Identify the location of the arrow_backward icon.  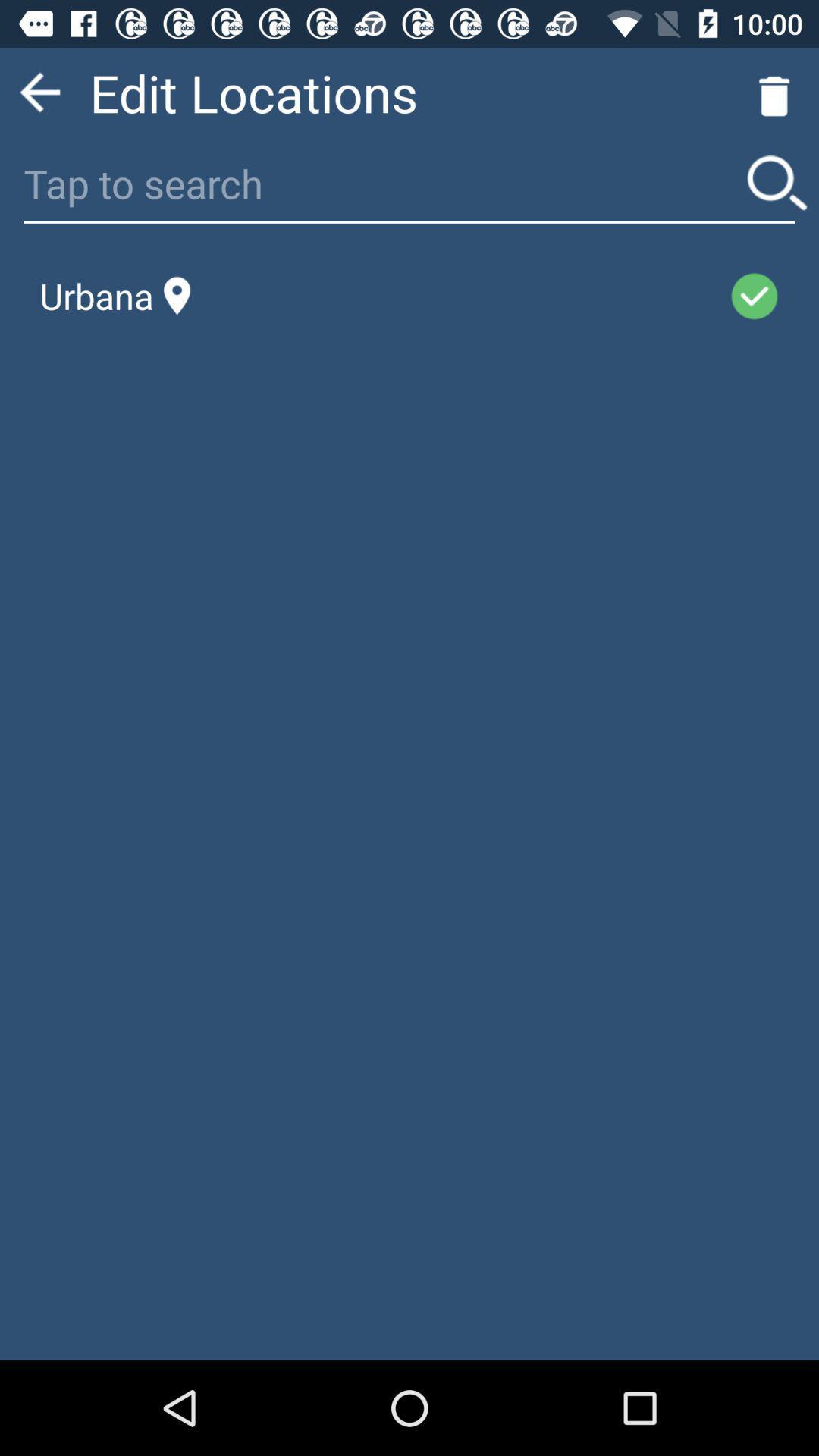
(39, 91).